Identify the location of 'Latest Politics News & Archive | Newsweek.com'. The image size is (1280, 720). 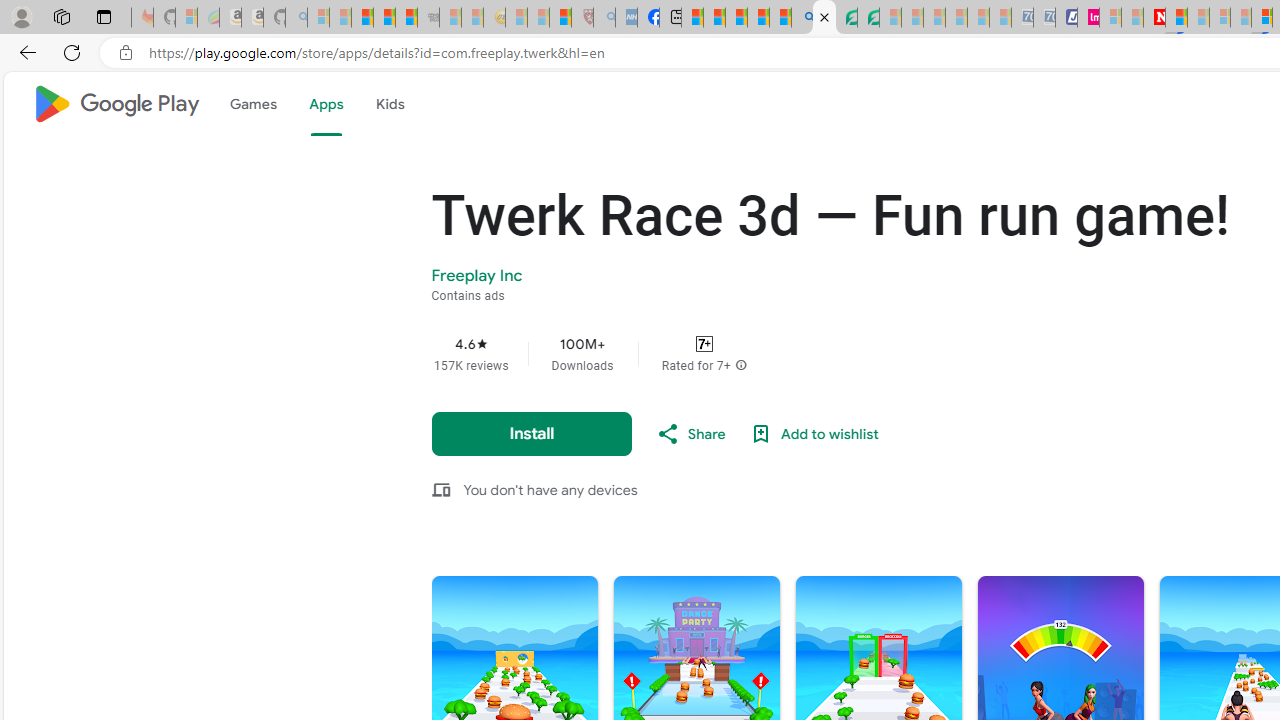
(1154, 17).